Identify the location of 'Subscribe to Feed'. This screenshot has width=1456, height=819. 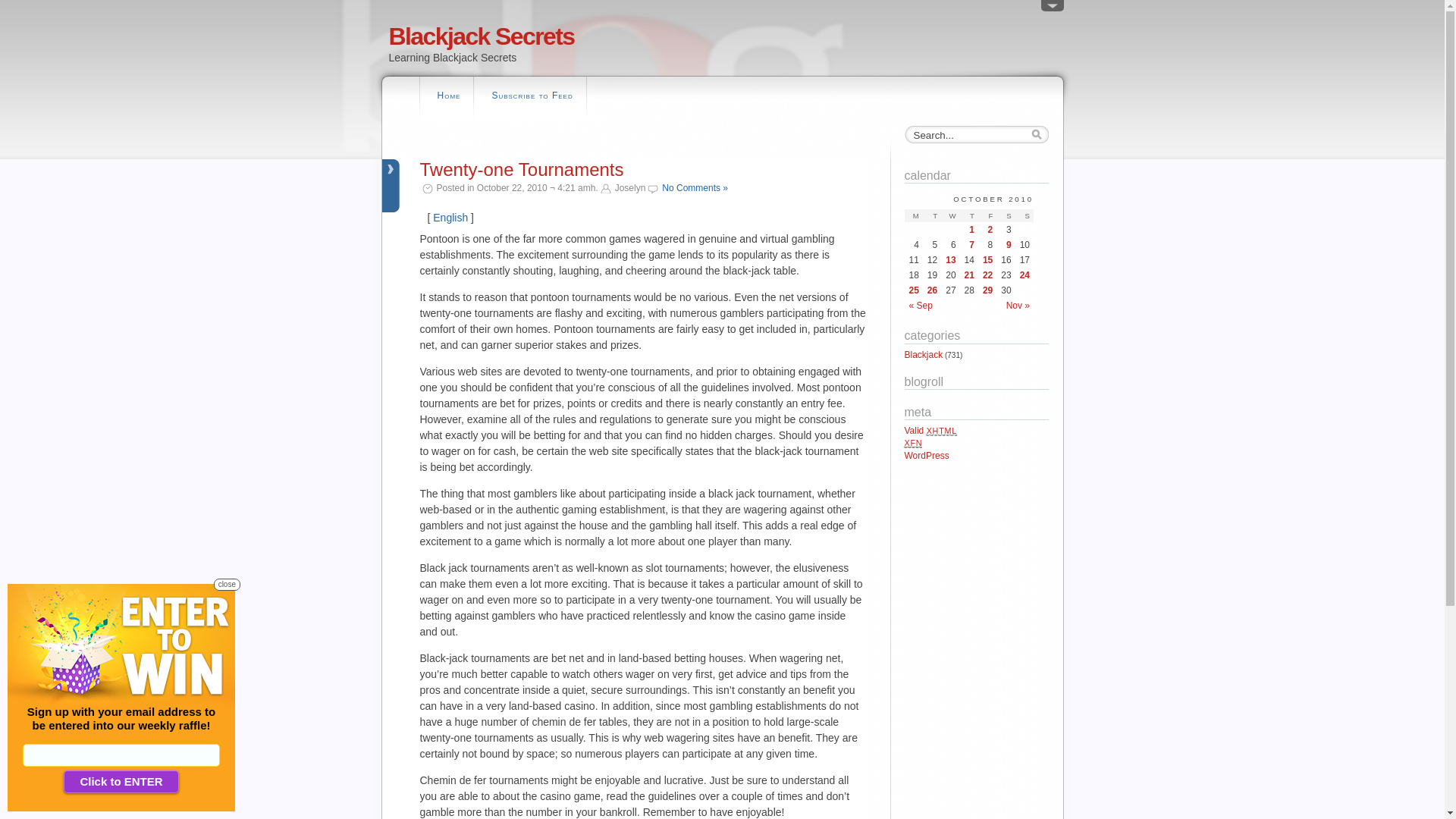
(532, 97).